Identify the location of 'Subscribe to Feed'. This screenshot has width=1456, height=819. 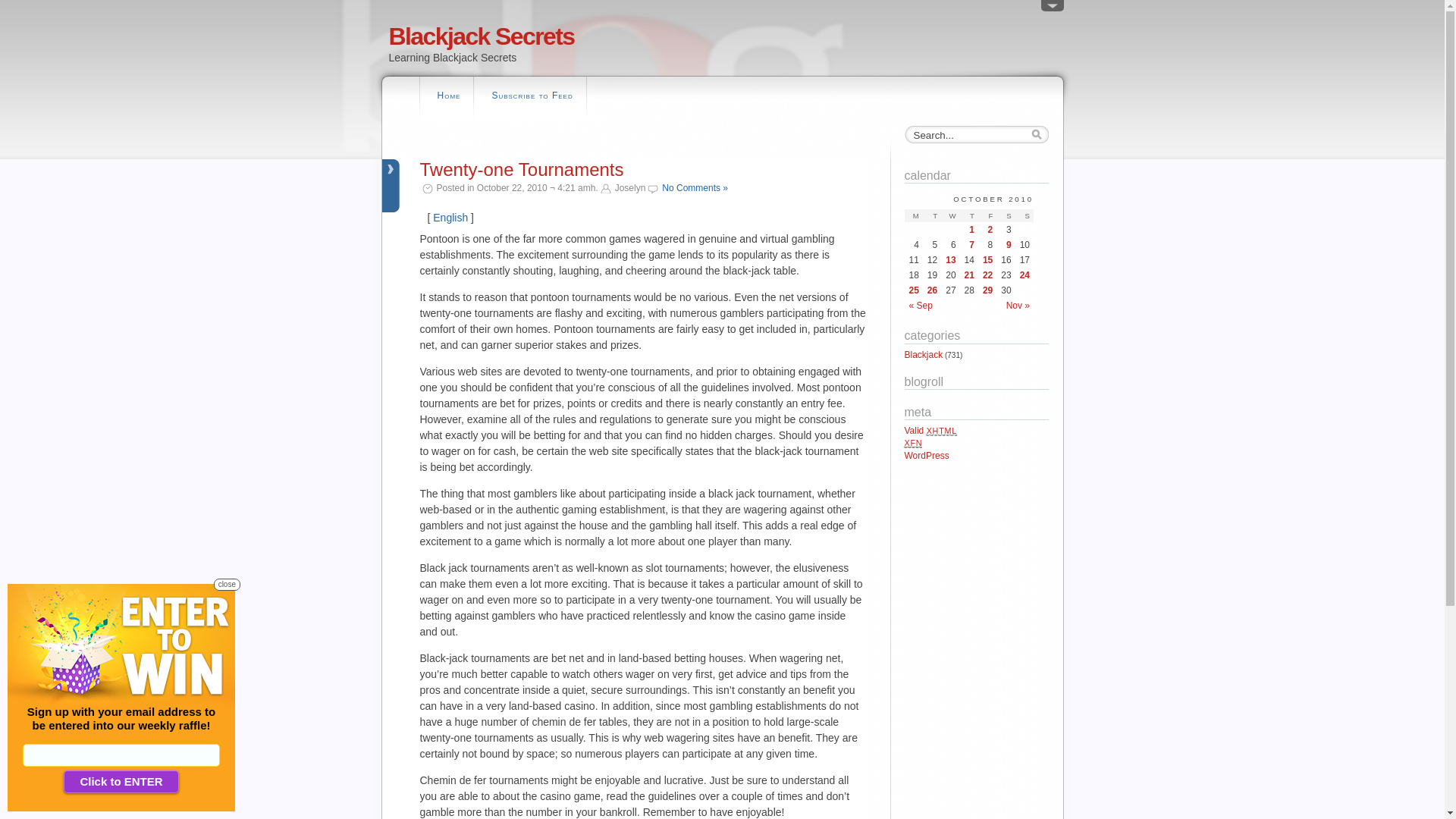
(532, 97).